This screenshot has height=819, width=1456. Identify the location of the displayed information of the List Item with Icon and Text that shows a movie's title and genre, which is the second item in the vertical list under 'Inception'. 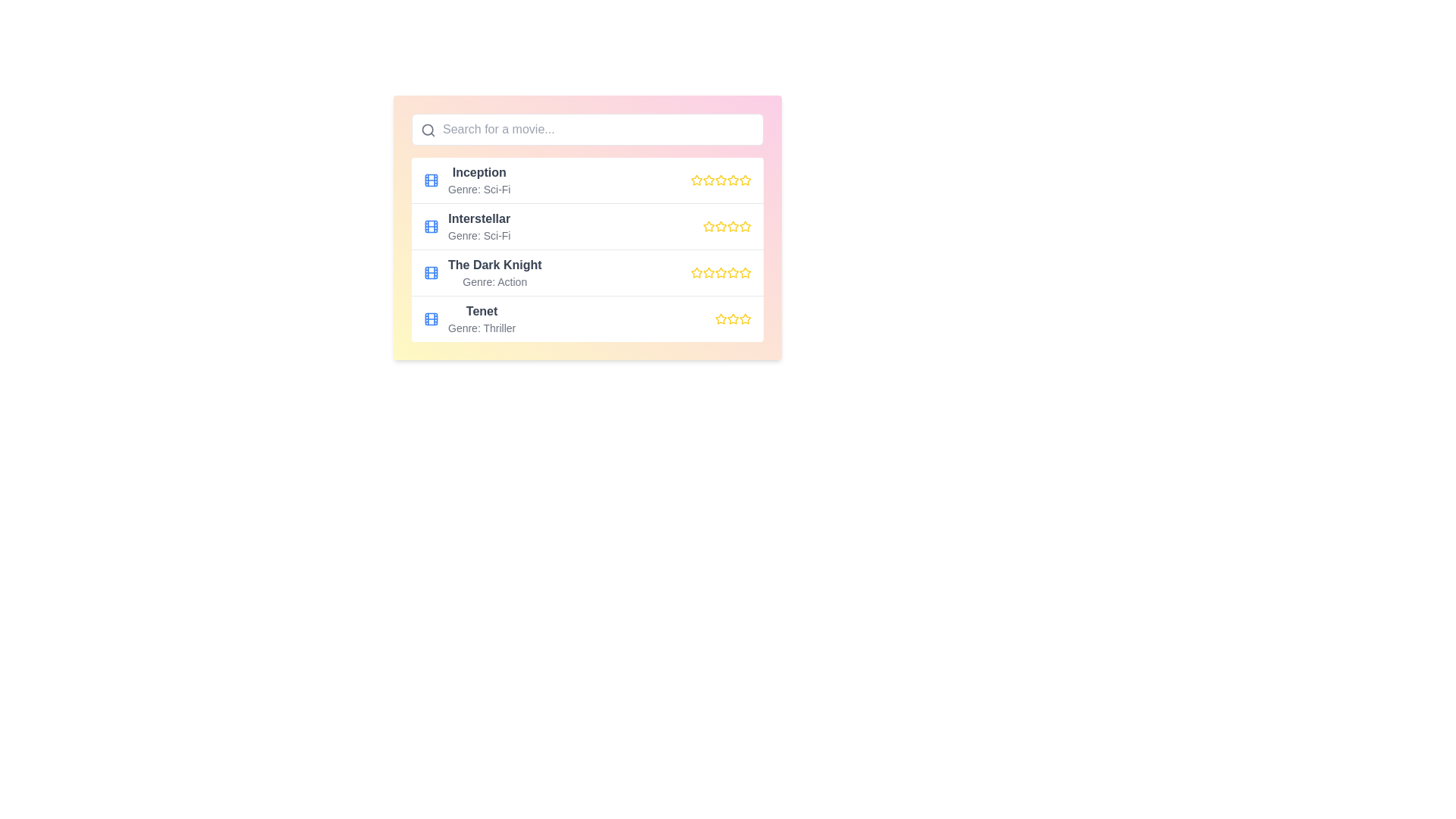
(466, 227).